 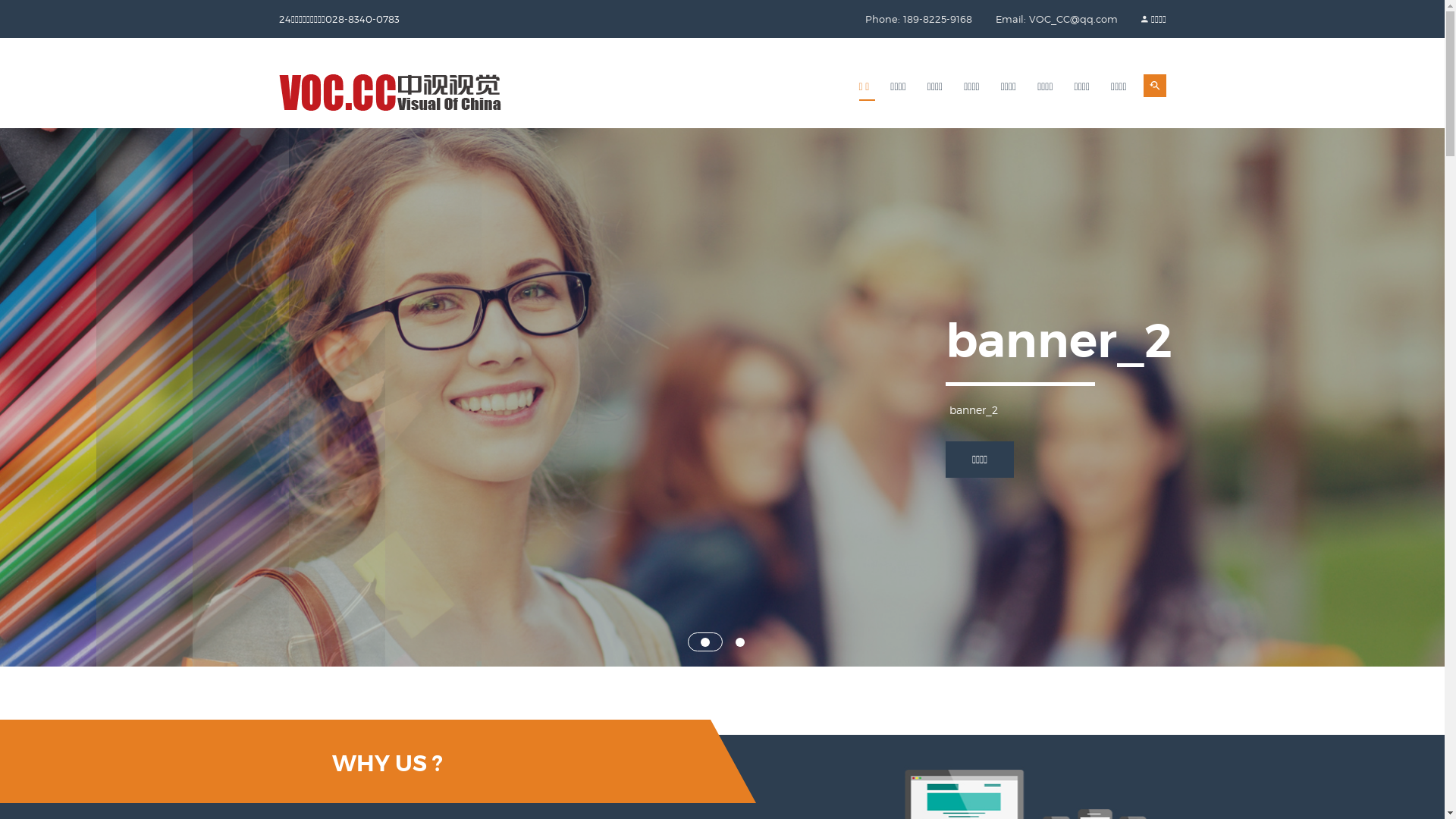 I want to click on '2', so click(x=739, y=642).